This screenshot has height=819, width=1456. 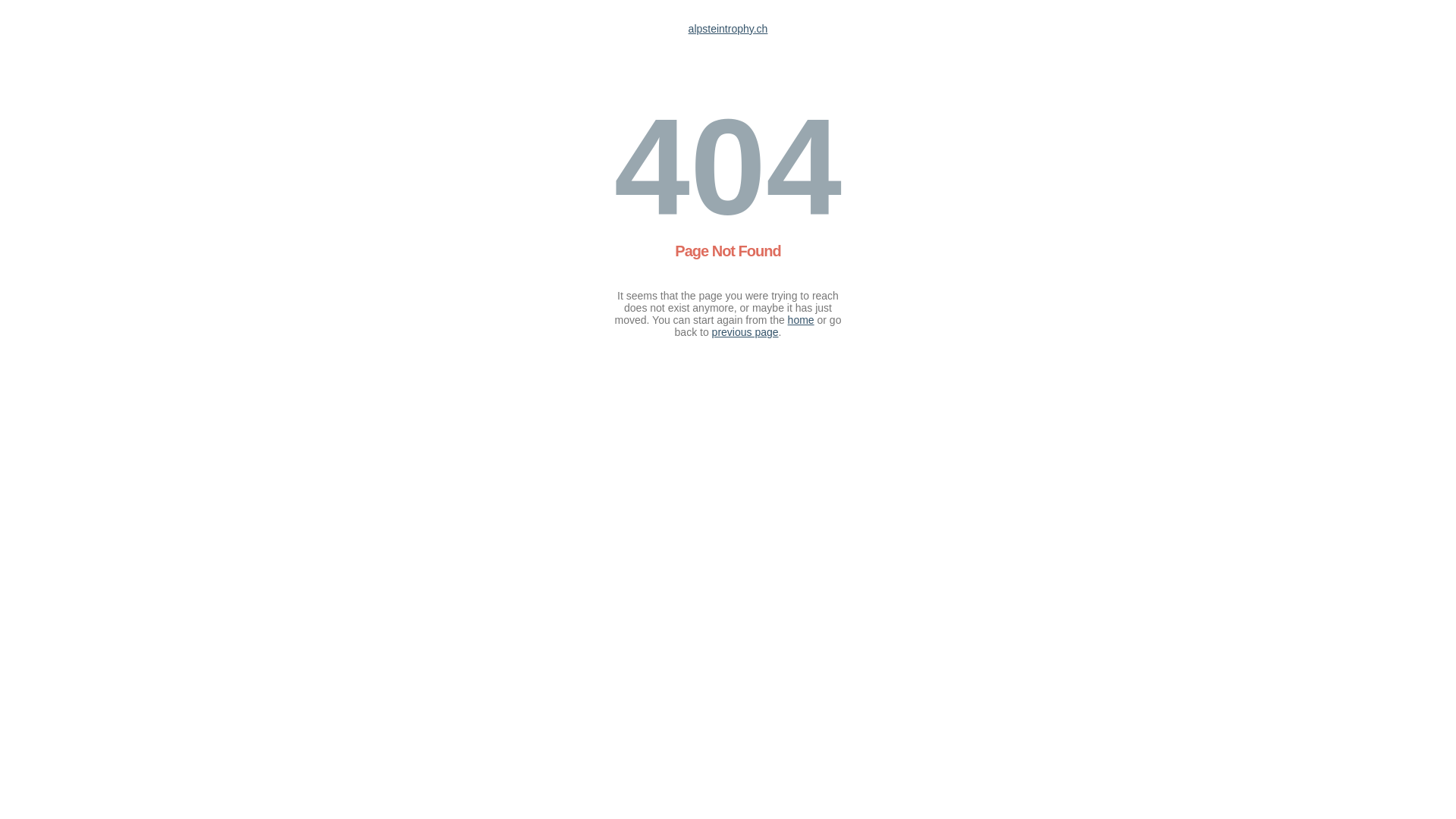 What do you see at coordinates (728, 29) in the screenshot?
I see `'alpsteintrophy.ch'` at bounding box center [728, 29].